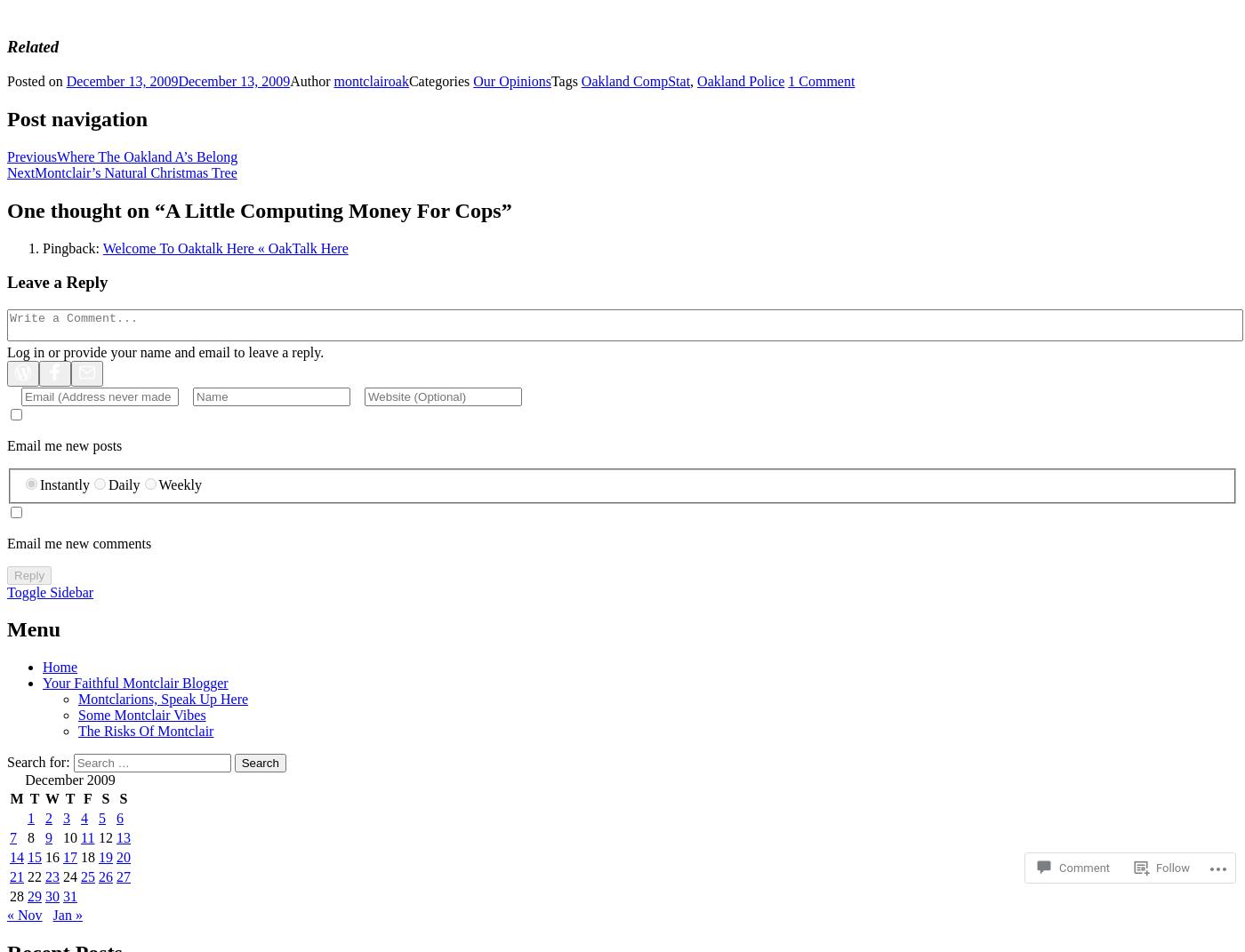 This screenshot has height=952, width=1245. Describe the element at coordinates (86, 210) in the screenshot. I see `'One thought on “'` at that location.